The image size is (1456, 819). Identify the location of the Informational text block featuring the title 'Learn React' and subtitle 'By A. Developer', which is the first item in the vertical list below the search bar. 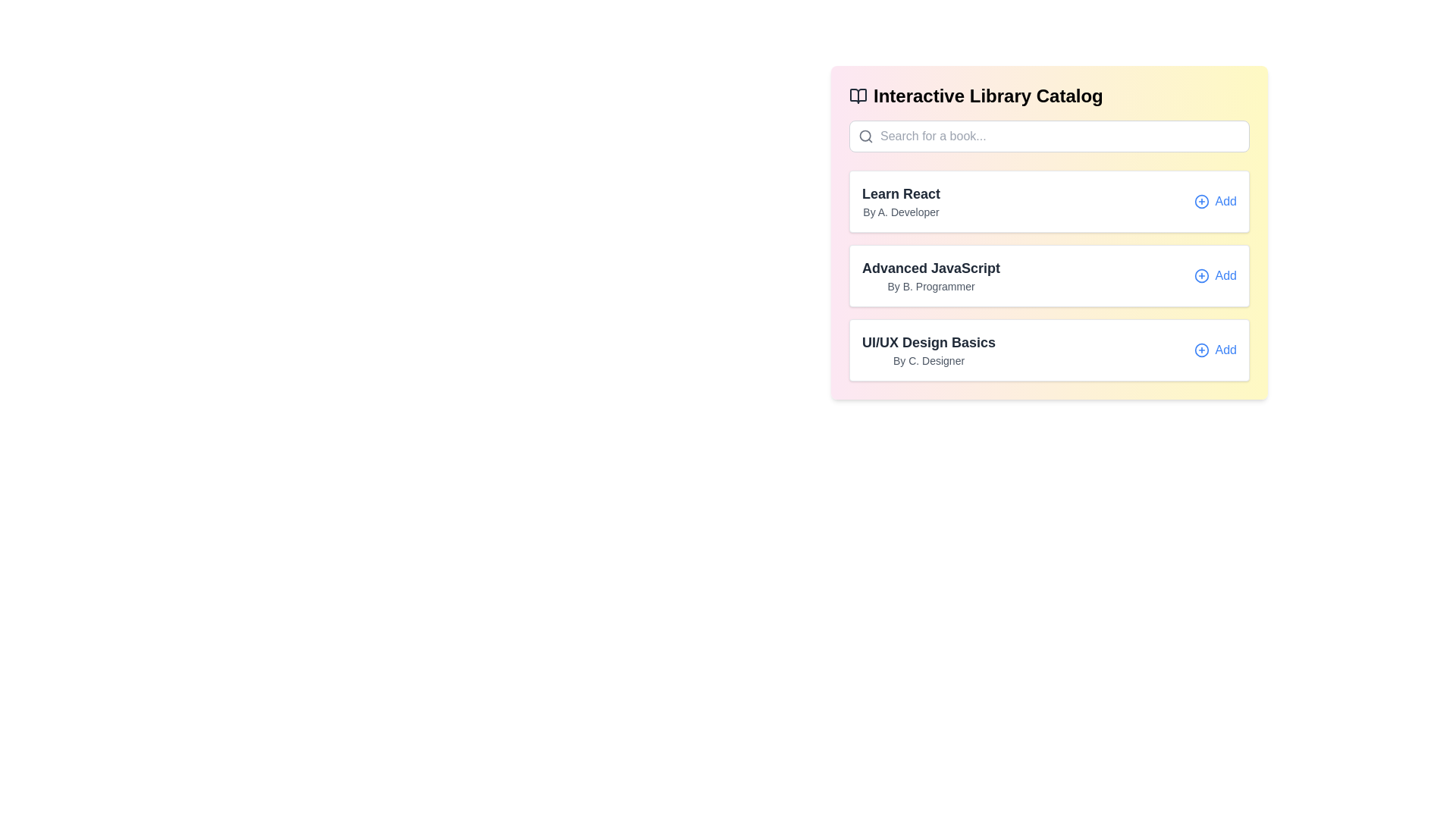
(901, 201).